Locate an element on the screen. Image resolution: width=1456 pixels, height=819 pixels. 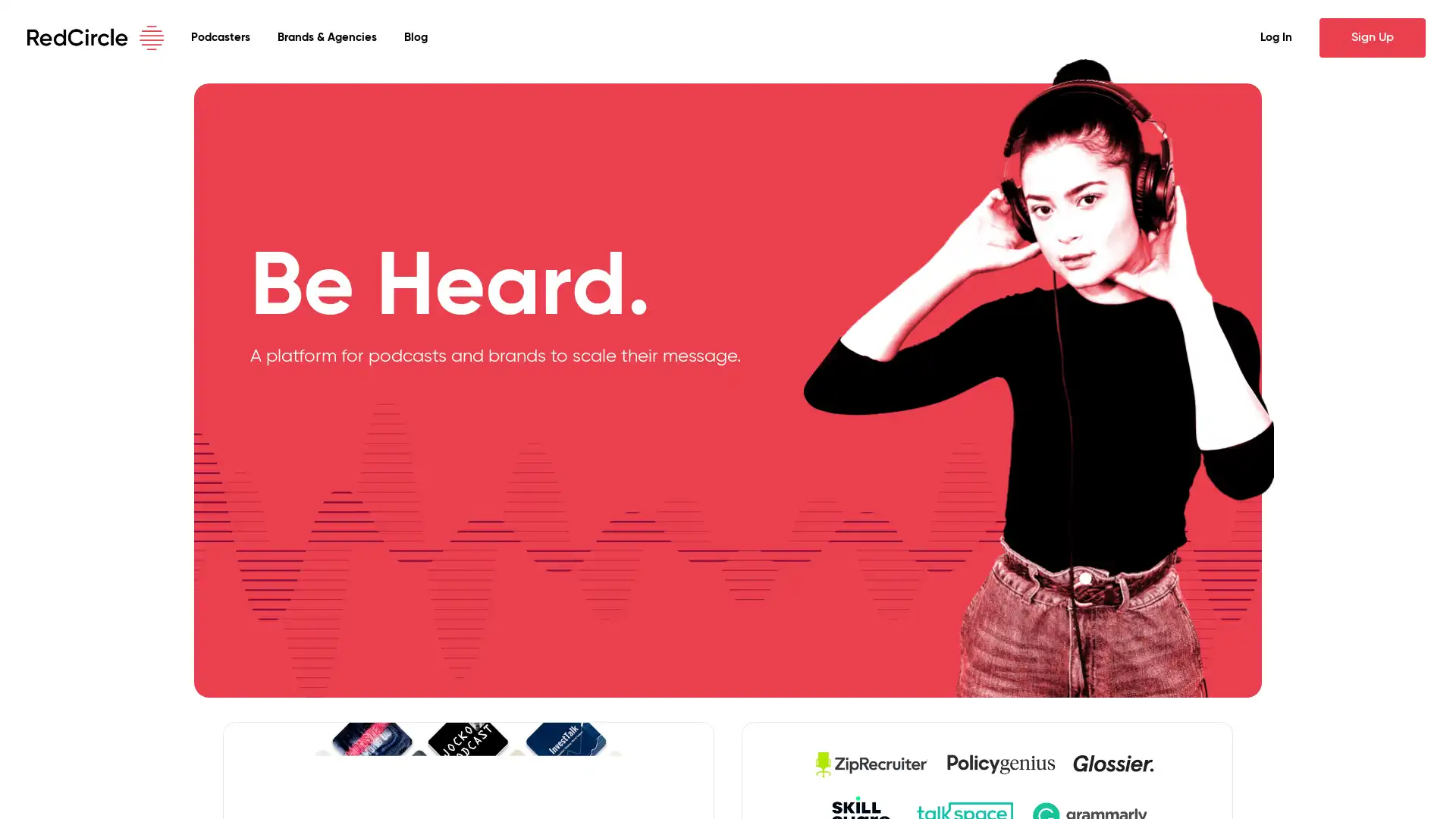
Sign Up is located at coordinates (1372, 37).